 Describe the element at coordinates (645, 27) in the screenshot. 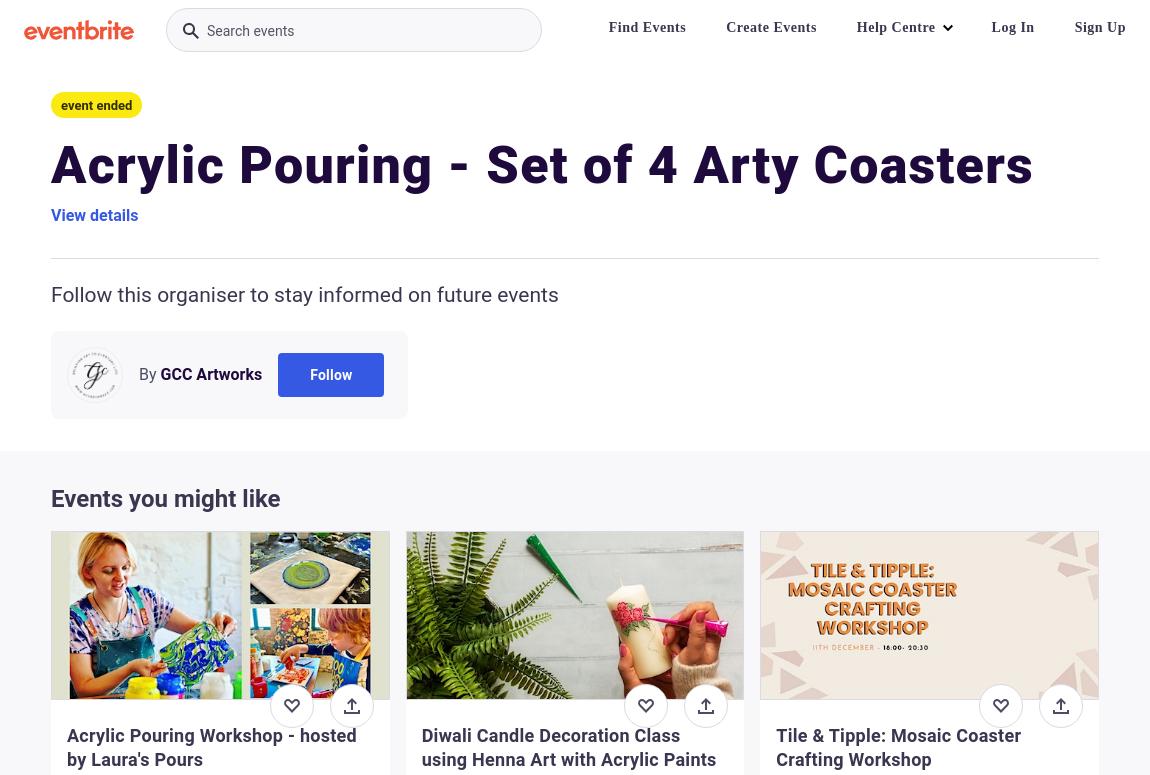

I see `'Find Events'` at that location.